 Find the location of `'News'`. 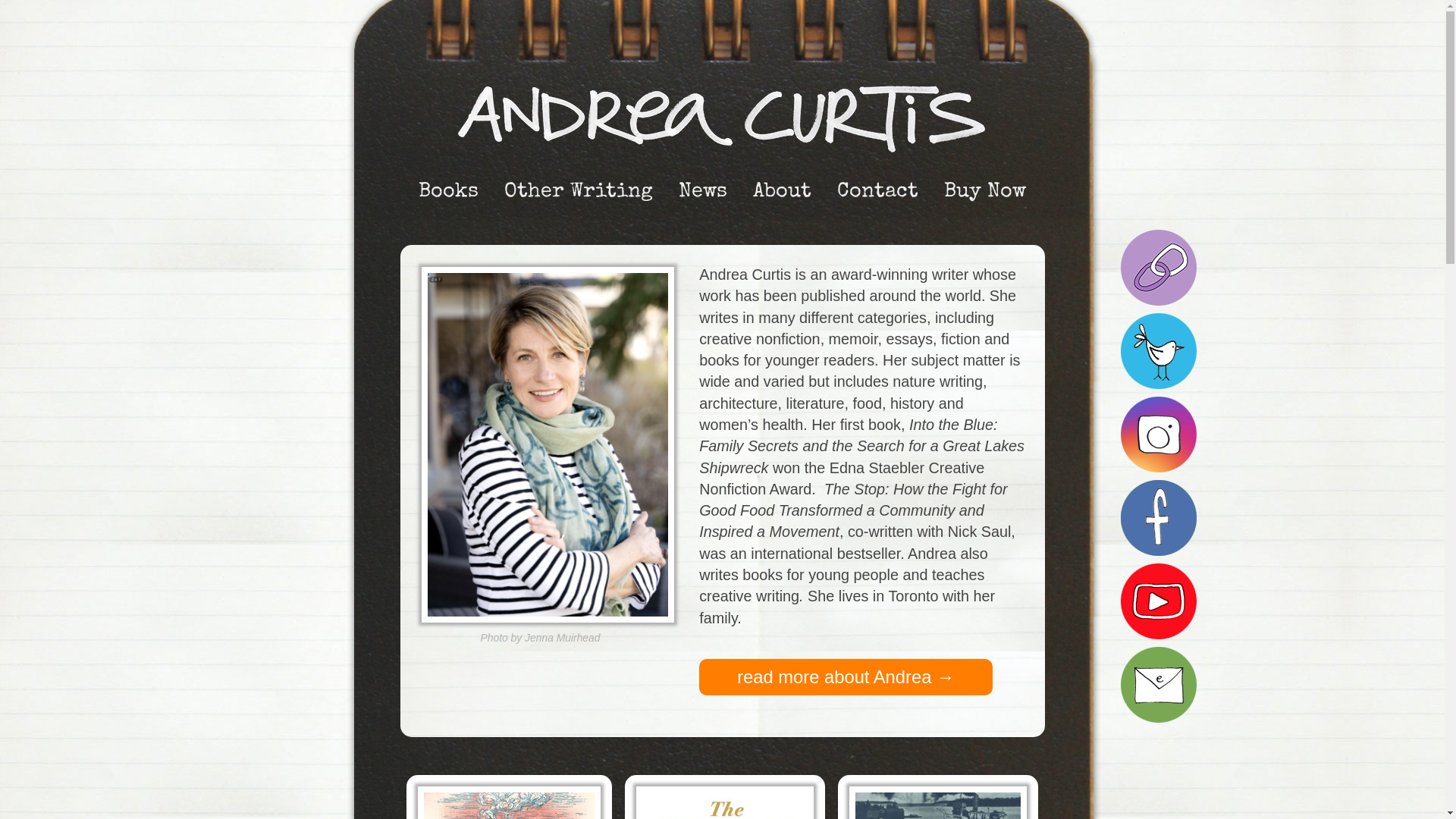

'News' is located at coordinates (701, 191).